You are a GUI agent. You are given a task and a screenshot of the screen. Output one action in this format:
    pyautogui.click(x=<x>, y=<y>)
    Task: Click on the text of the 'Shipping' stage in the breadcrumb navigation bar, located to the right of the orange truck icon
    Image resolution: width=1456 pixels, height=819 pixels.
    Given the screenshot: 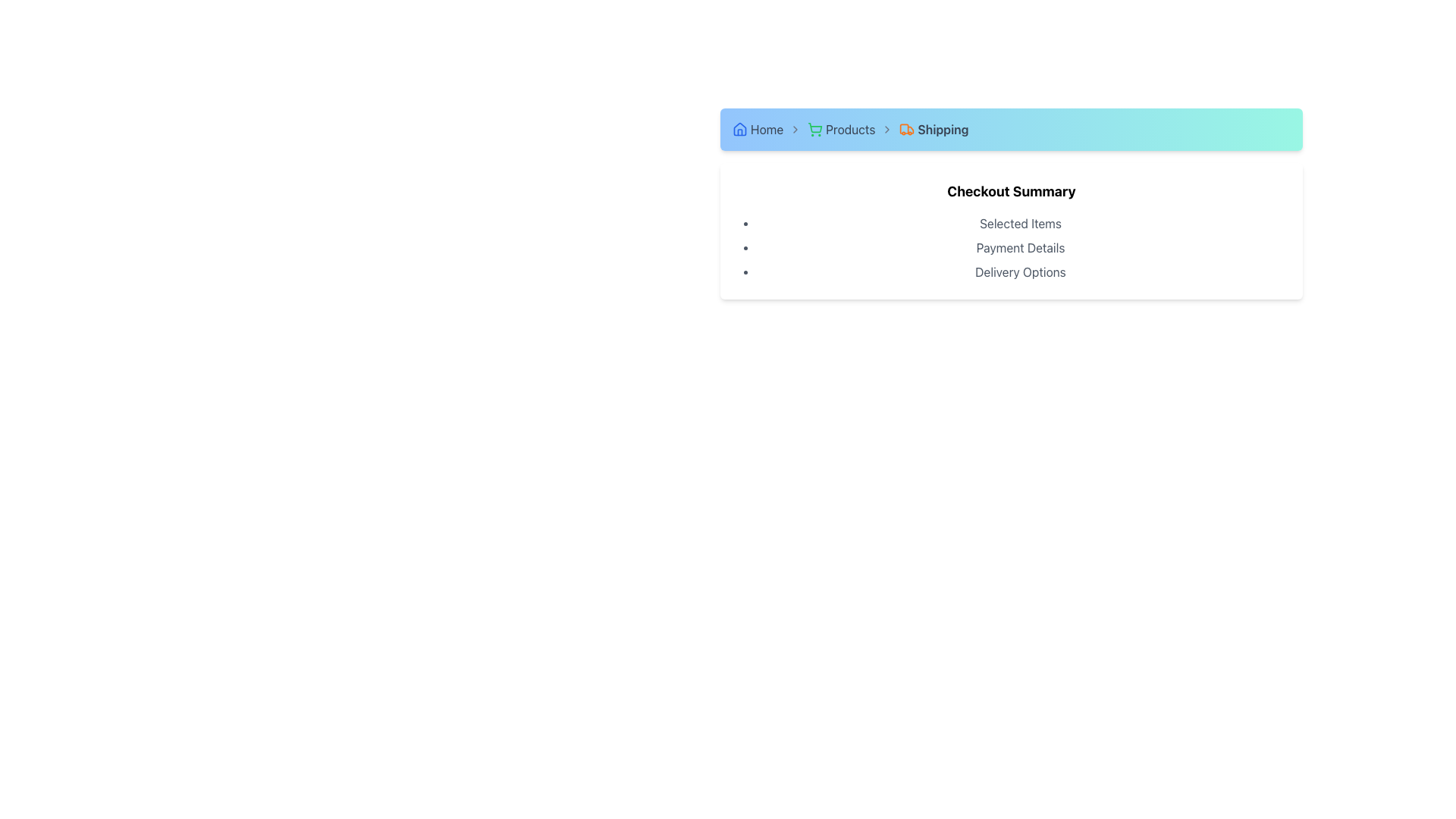 What is the action you would take?
    pyautogui.click(x=942, y=128)
    